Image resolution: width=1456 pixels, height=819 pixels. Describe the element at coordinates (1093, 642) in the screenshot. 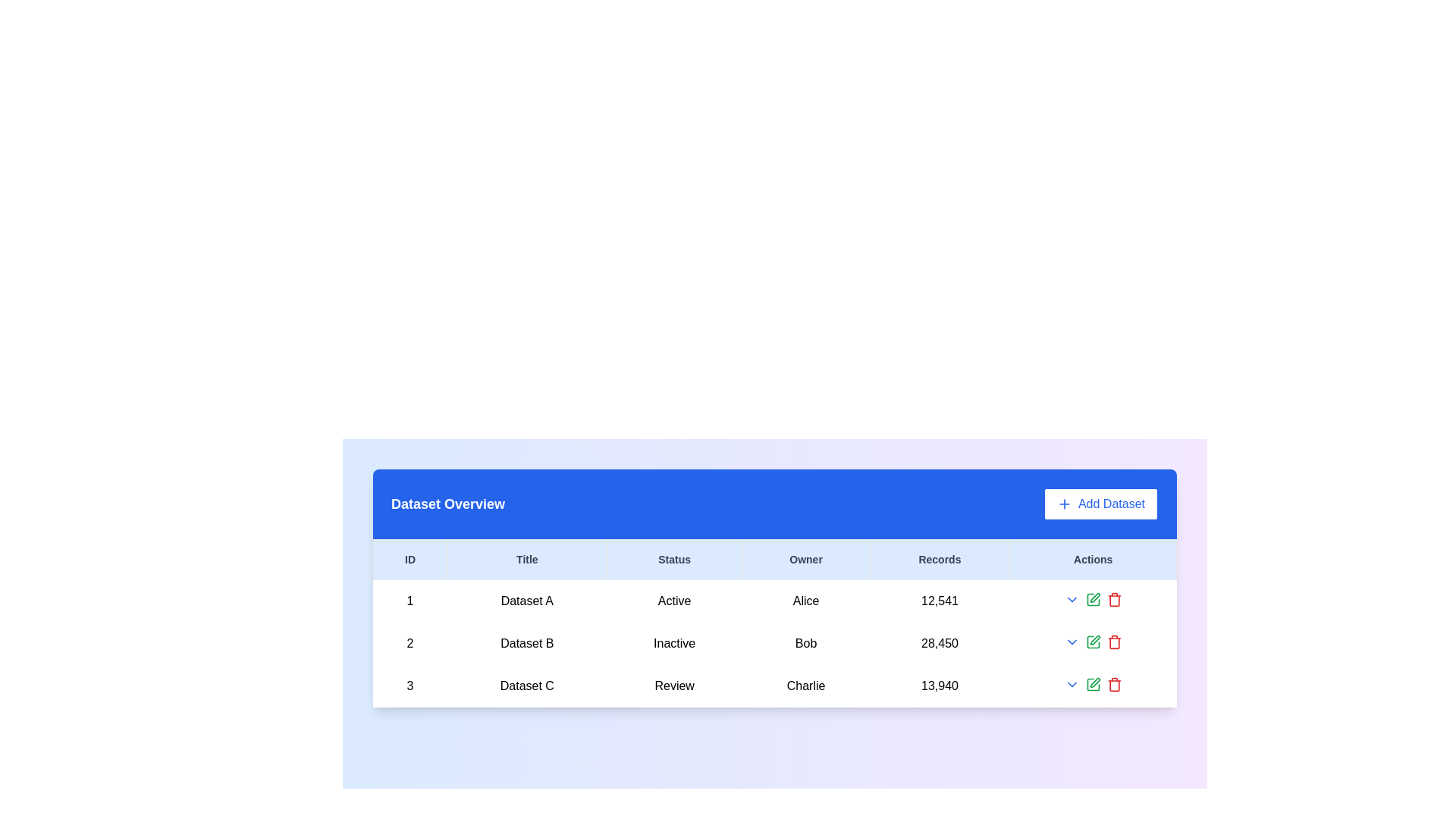

I see `the edit action icon located in the 'Actions' column of the second dataset entry, which is the middle icon in a horizontal group of three icons` at that location.